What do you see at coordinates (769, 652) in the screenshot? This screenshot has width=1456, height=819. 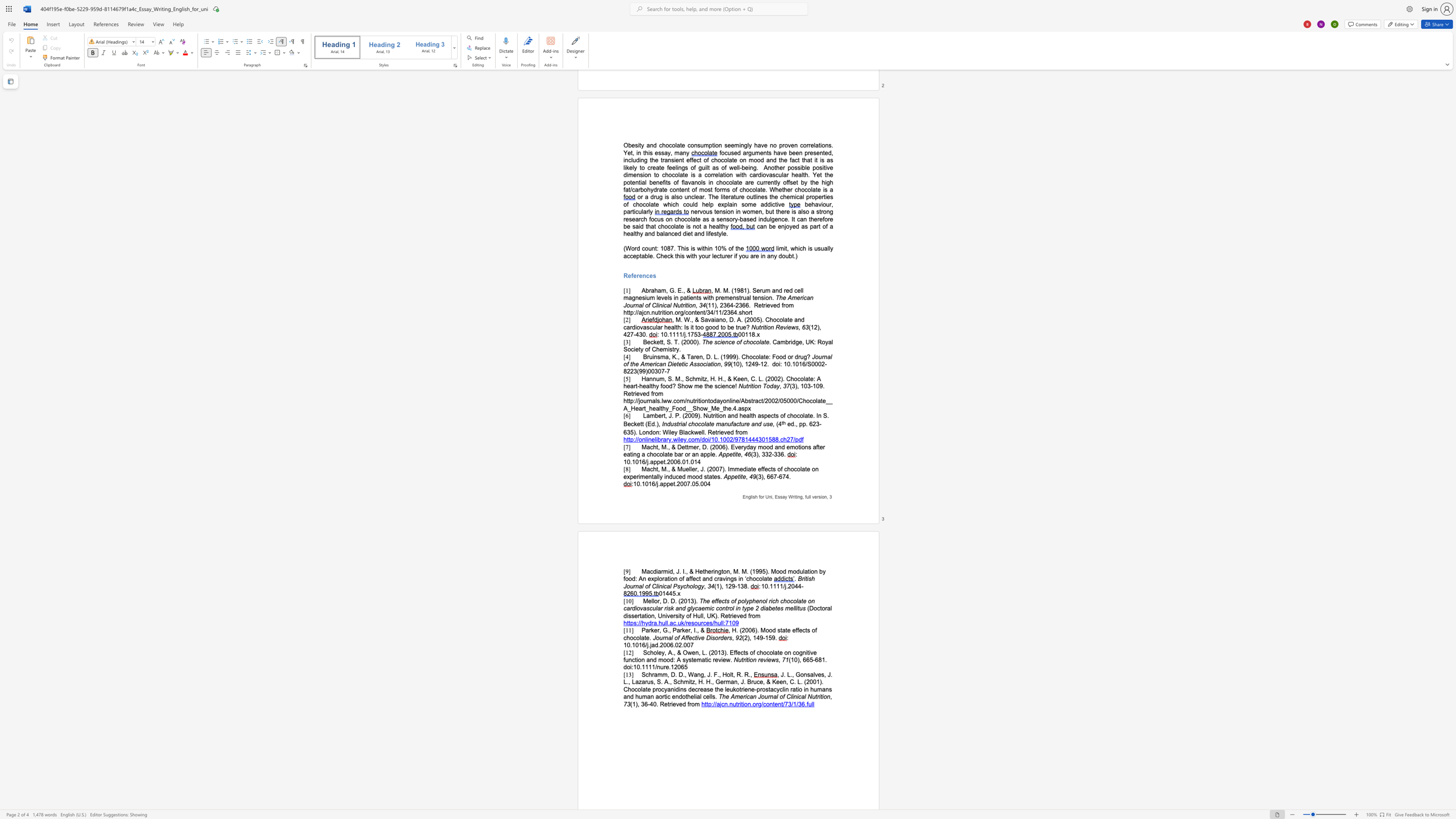 I see `the subset text "olate on cogniti" within the text "Scholey, A., & Owen, L. (2013). Effects of chocolate on cognitive function and mood: A systematic review."` at bounding box center [769, 652].